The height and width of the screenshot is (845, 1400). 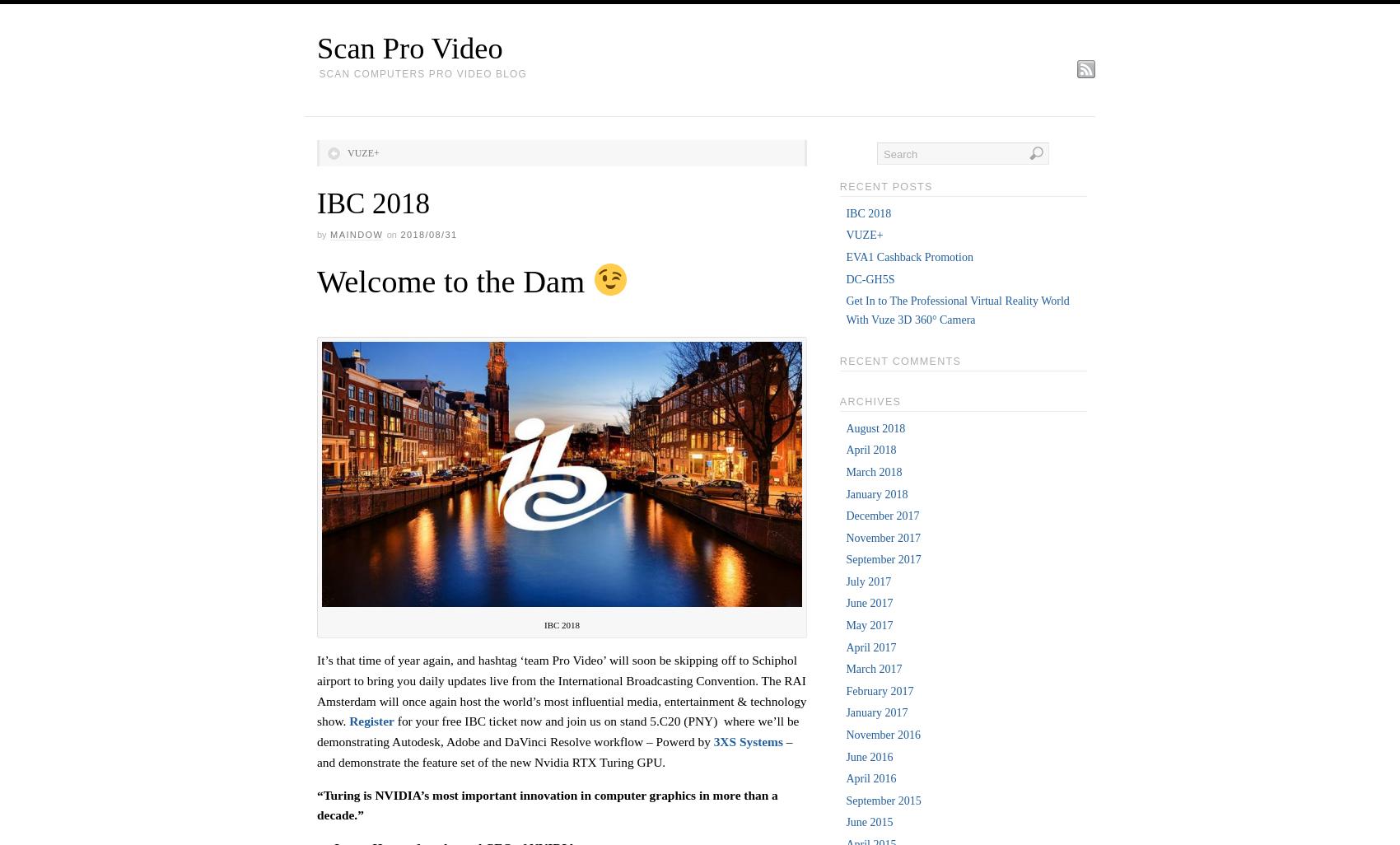 I want to click on '“Turing is NVIDIA’s most important innovation in computer graphics in more than a decade.”', so click(x=547, y=803).